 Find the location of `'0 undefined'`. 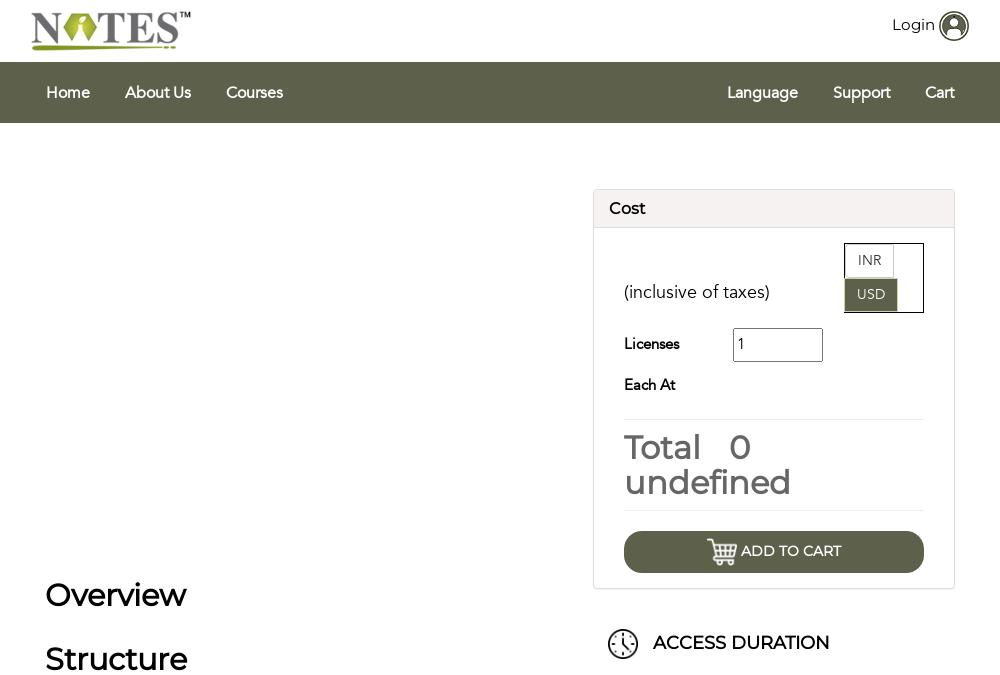

'0 undefined' is located at coordinates (706, 463).